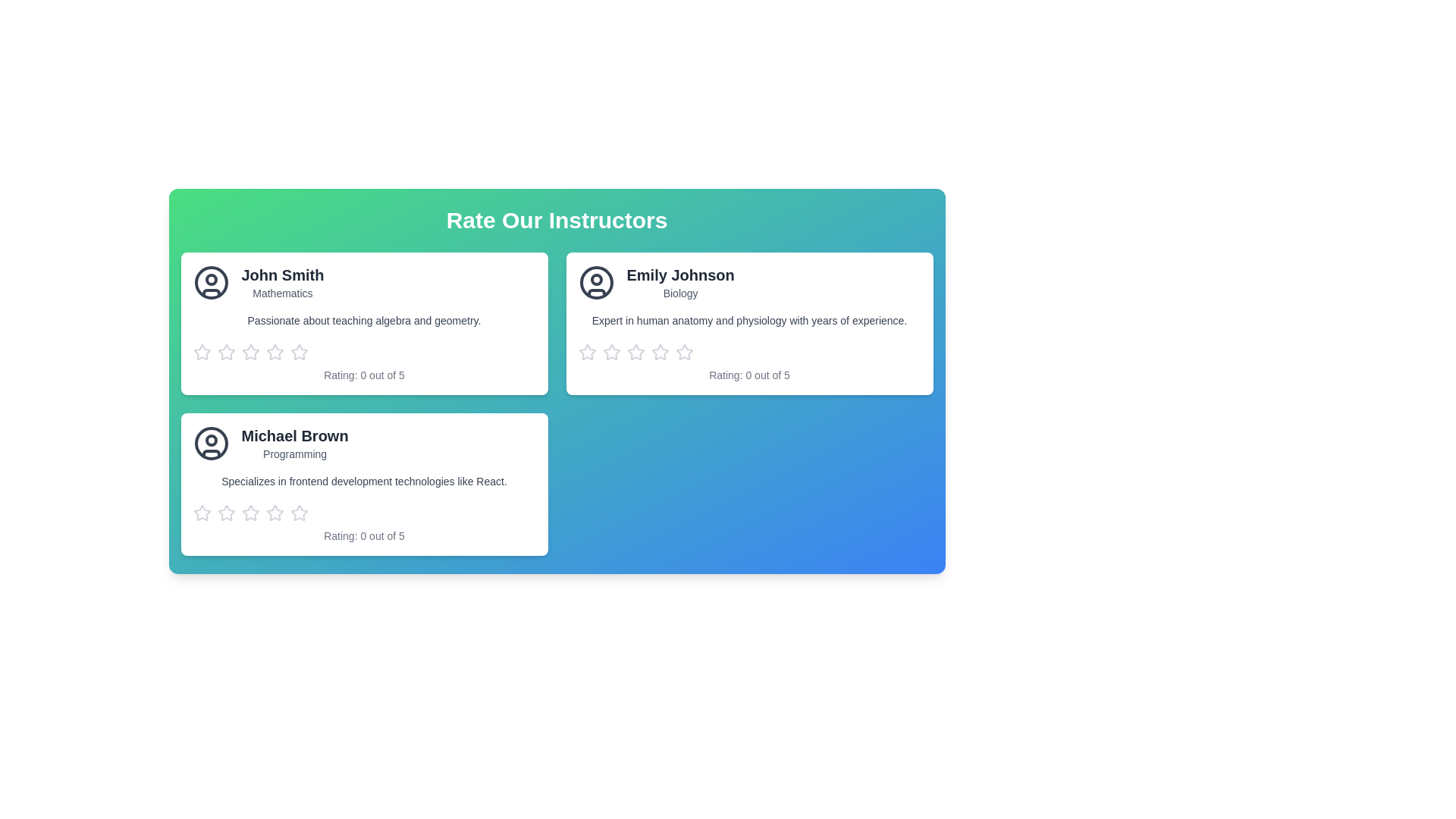  Describe the element at coordinates (679, 283) in the screenshot. I see `the label containing the text 'Emily Johnson' and 'Biology' in the second instructor card of the 'Rate Our Instructors' panel` at that location.